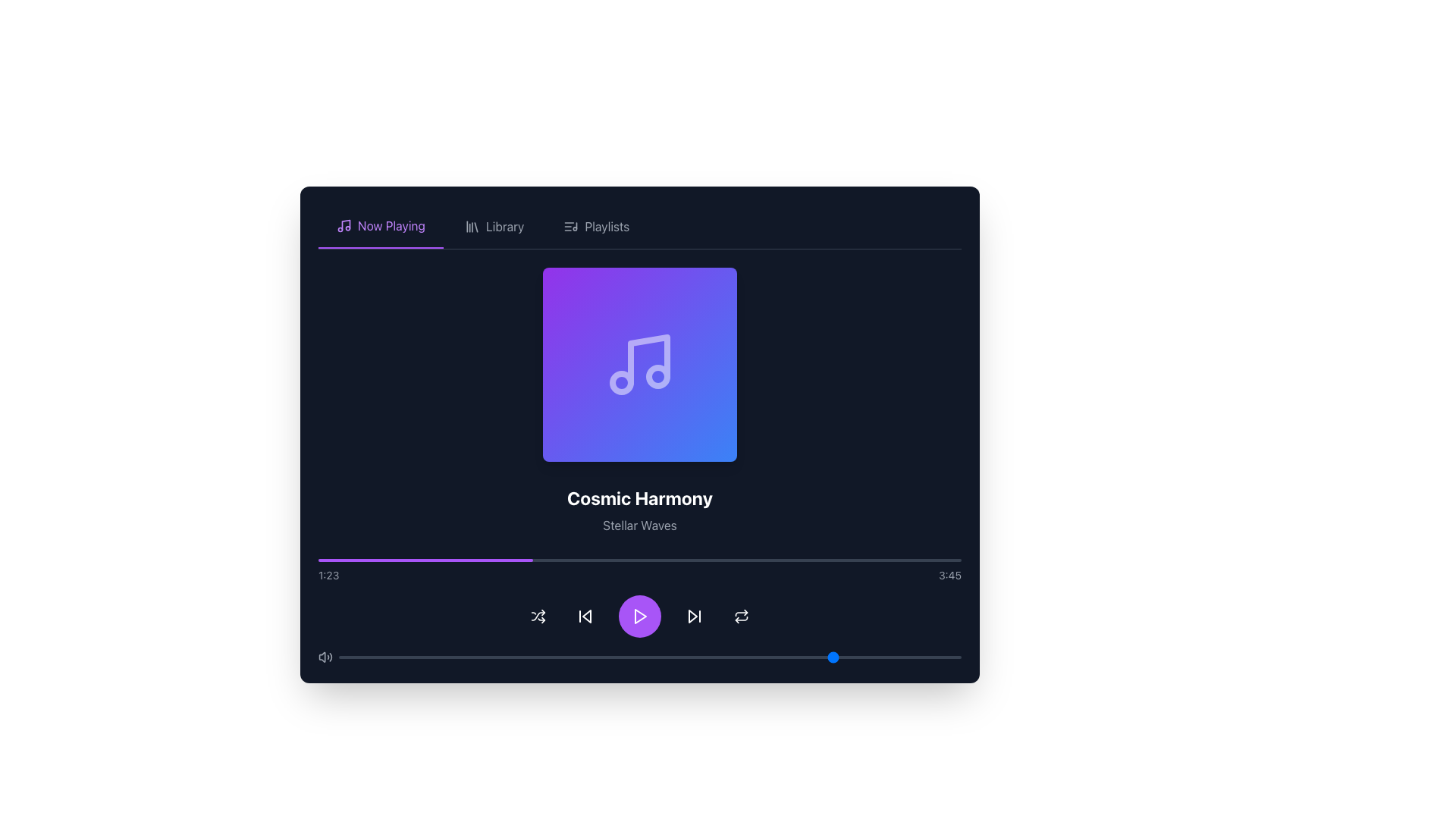 The width and height of the screenshot is (1456, 819). I want to click on the minimalist gray speaker icon located in the bottom-left corner of the horizontal control bar, so click(325, 657).